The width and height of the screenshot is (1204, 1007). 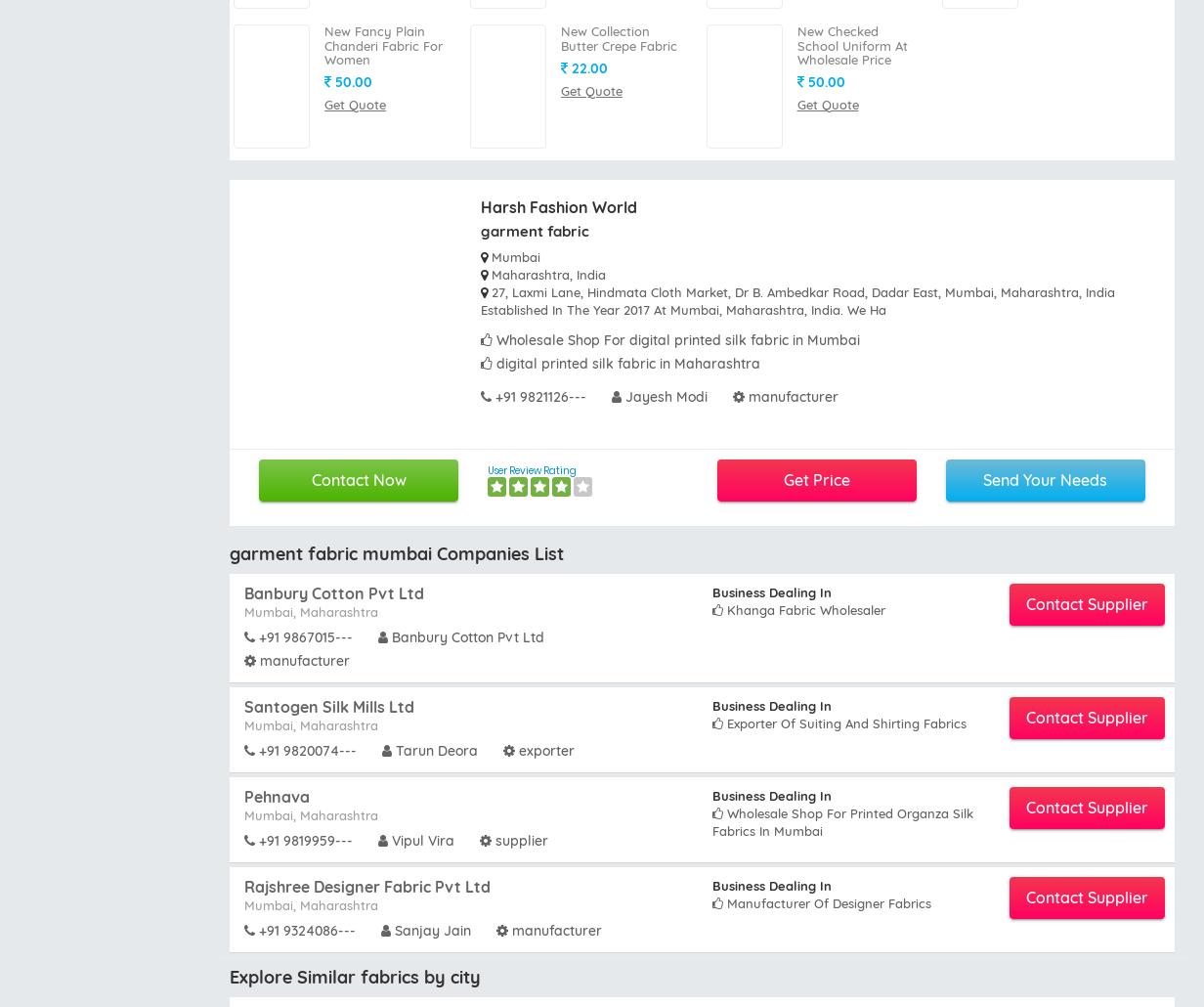 What do you see at coordinates (808, 740) in the screenshot?
I see `'Rayon fabric Wholesalers Noida'` at bounding box center [808, 740].